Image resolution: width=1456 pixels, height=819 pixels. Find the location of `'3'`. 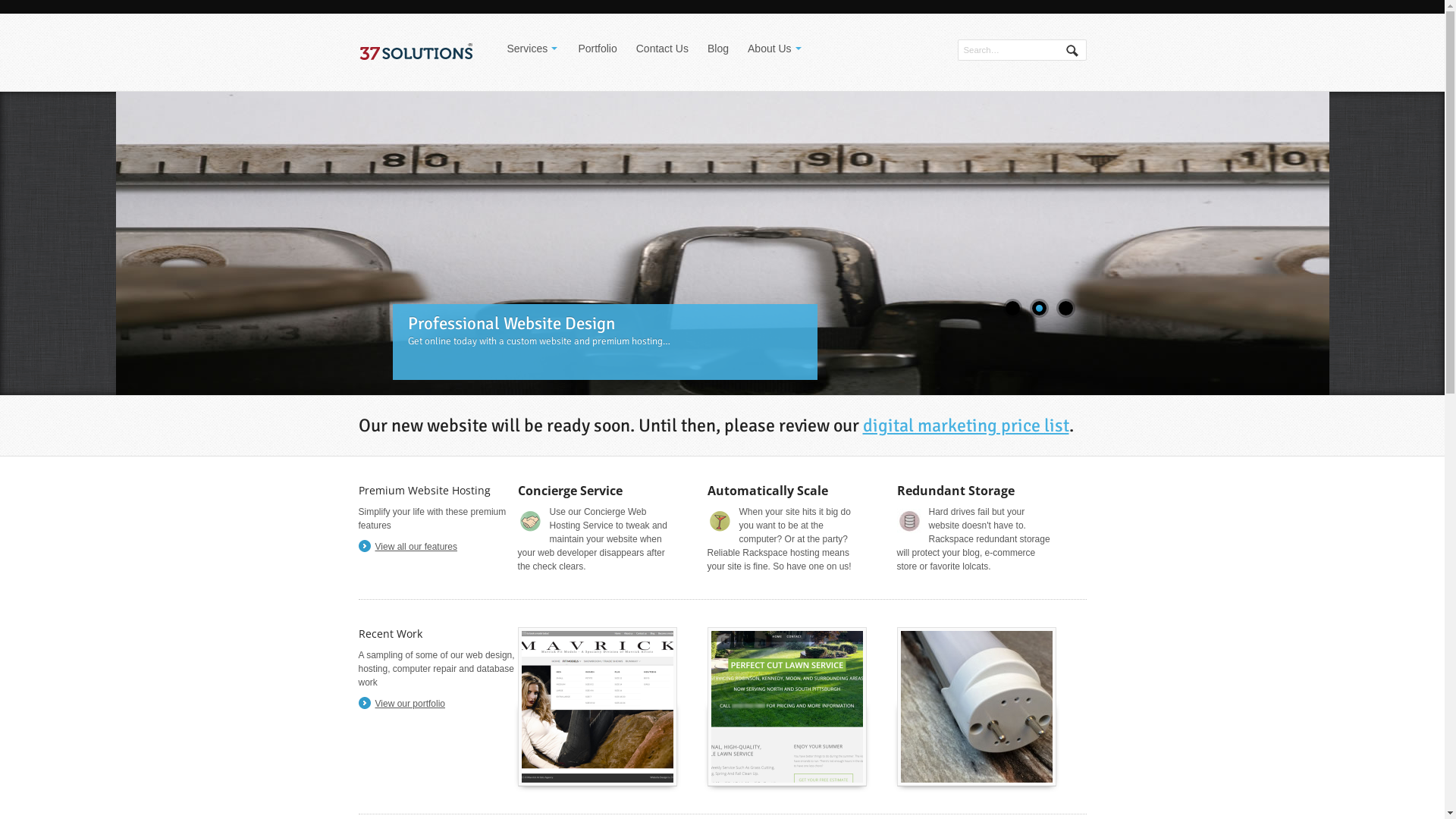

'3' is located at coordinates (1065, 307).